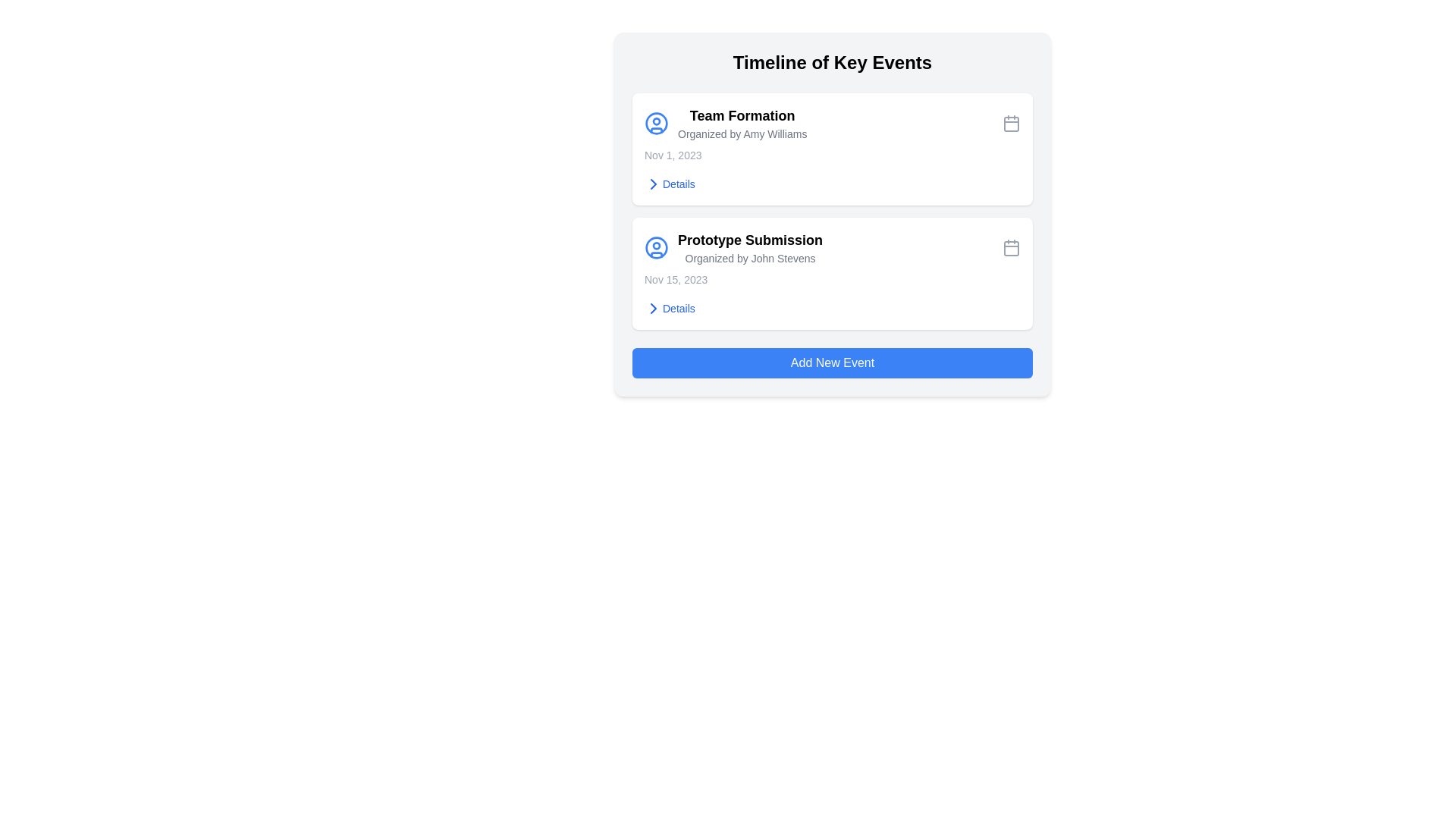  What do you see at coordinates (1012, 122) in the screenshot?
I see `the calendar icon located at the far-right of the 'Team Formation' row, which is organized by Amy Williams, to access adjacent content for context` at bounding box center [1012, 122].